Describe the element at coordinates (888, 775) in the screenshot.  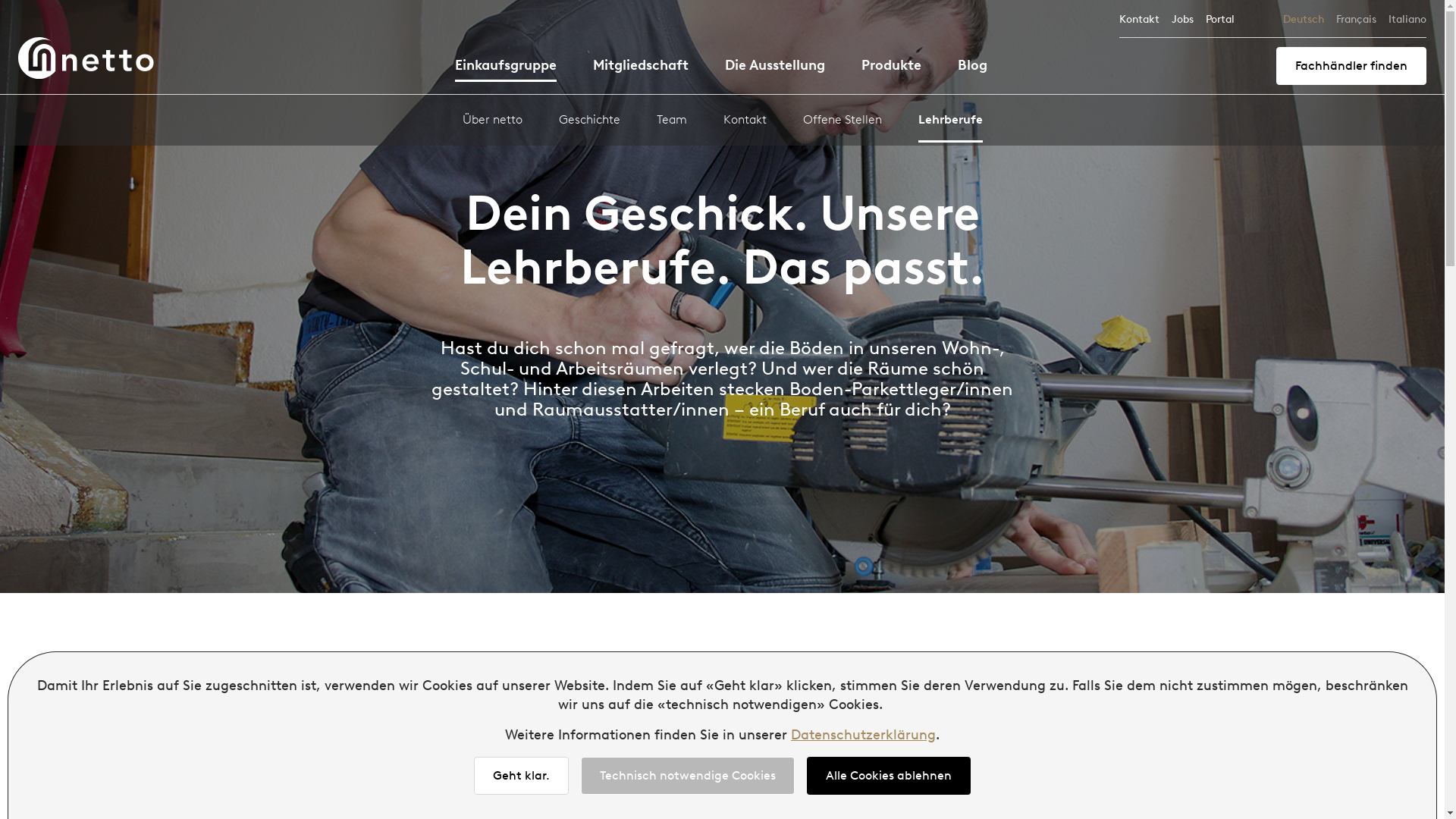
I see `'Alle Cookies ablehnen'` at that location.